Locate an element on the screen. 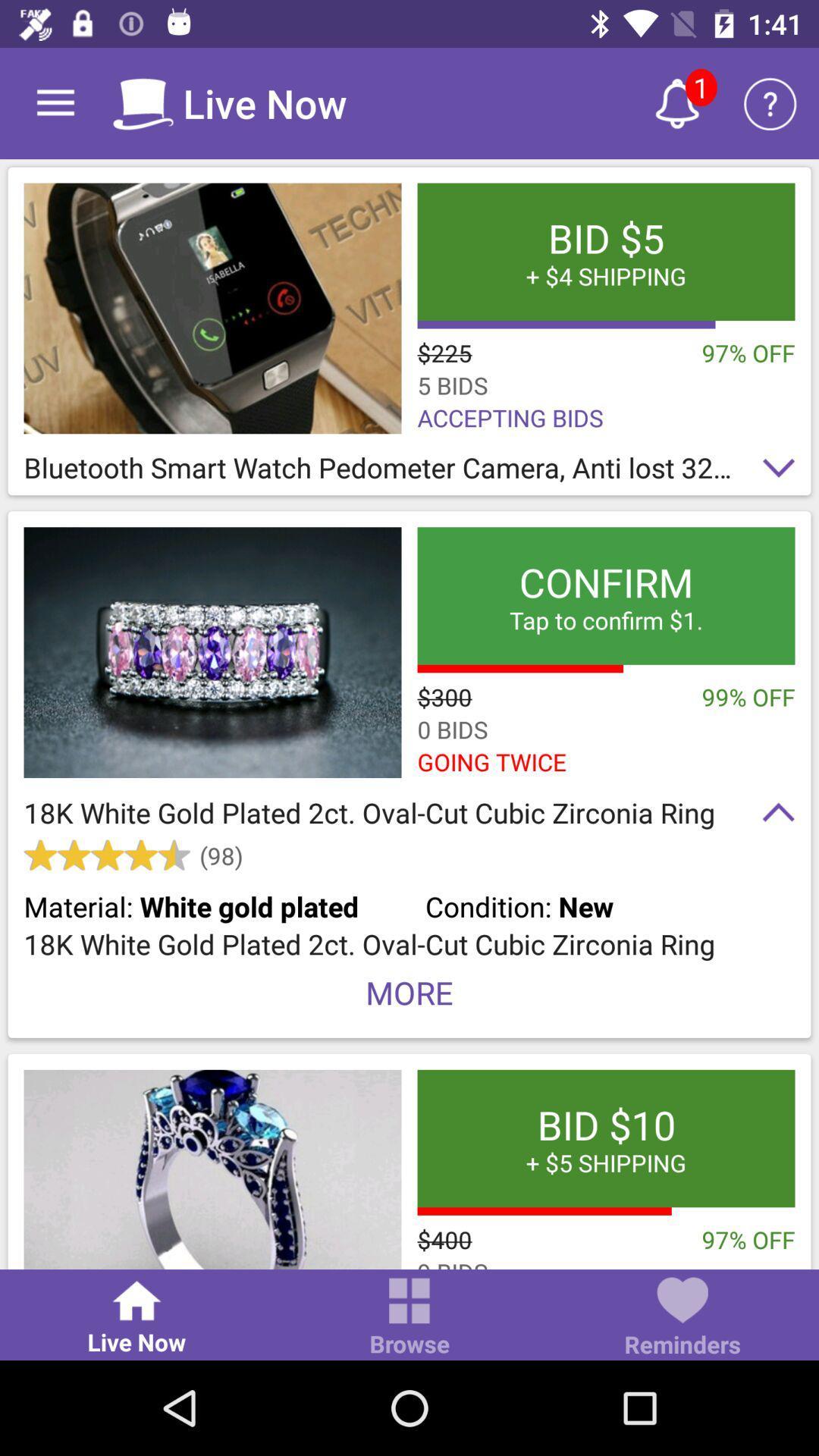 Image resolution: width=819 pixels, height=1456 pixels. the item to the left of the reminders icon is located at coordinates (409, 1317).